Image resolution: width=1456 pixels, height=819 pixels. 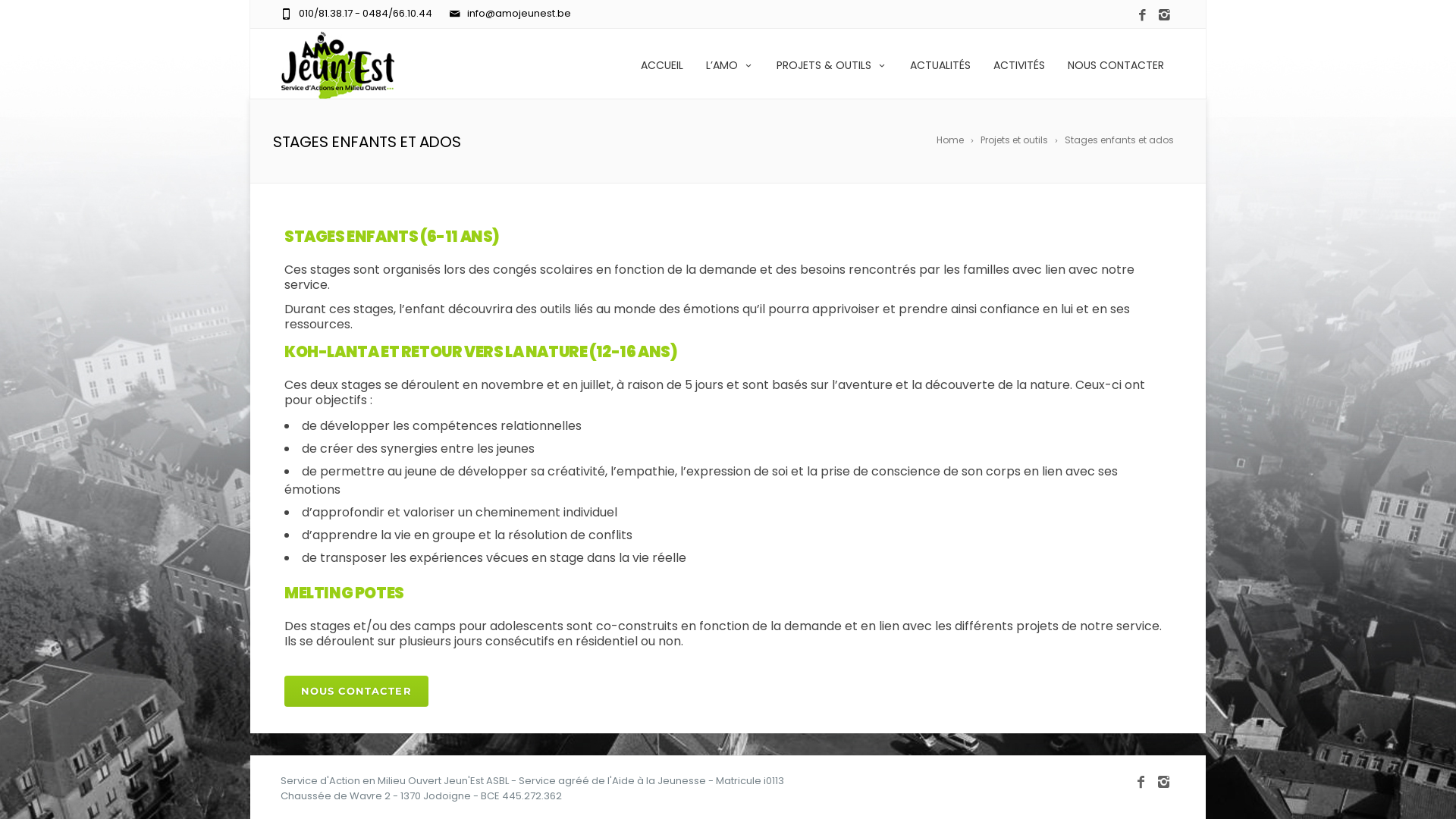 I want to click on 'Facebook', so click(x=1141, y=781).